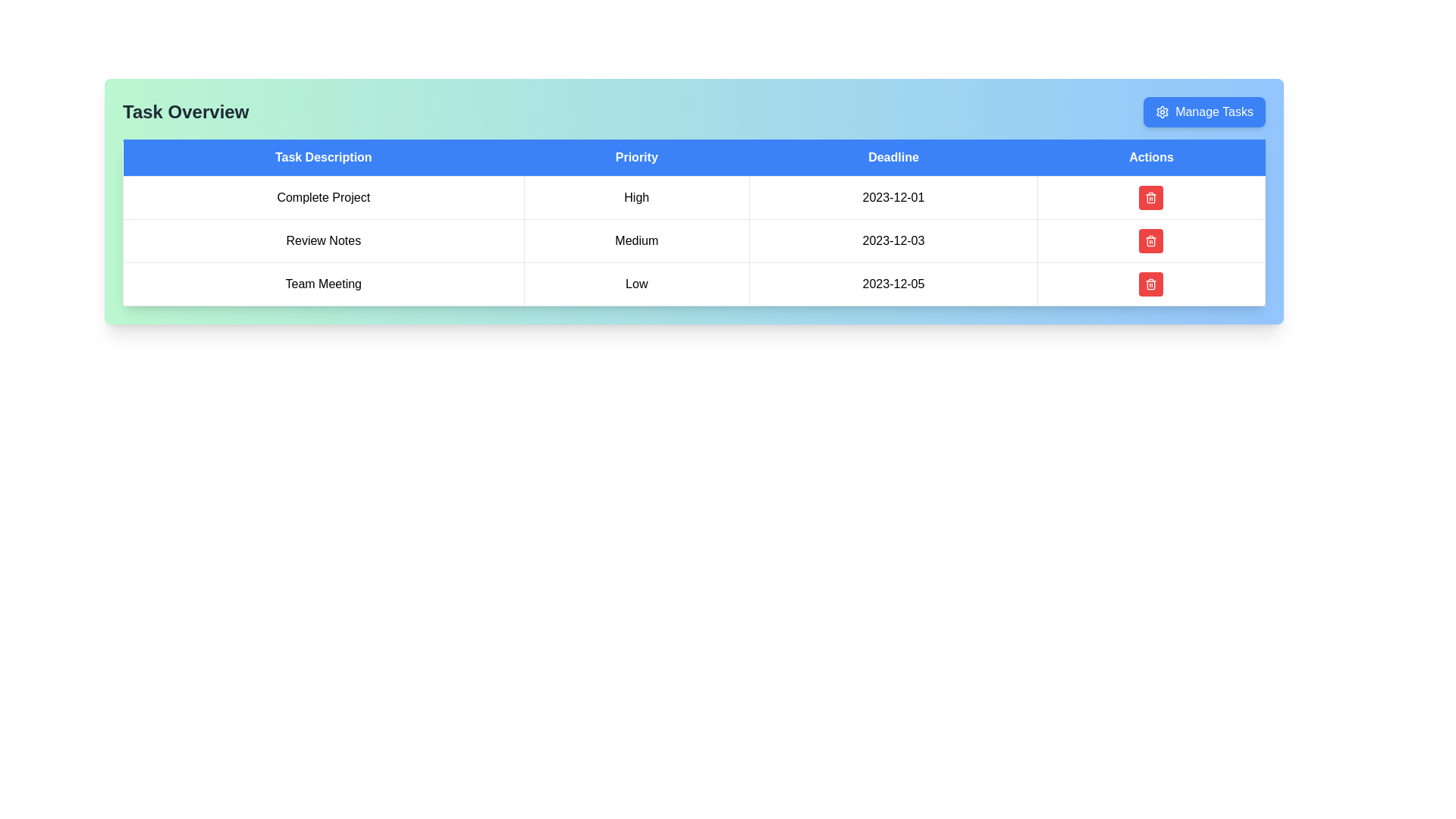 This screenshot has height=819, width=1456. Describe the element at coordinates (693, 197) in the screenshot. I see `the first row of the task-related table under the 'Task Overview' section` at that location.